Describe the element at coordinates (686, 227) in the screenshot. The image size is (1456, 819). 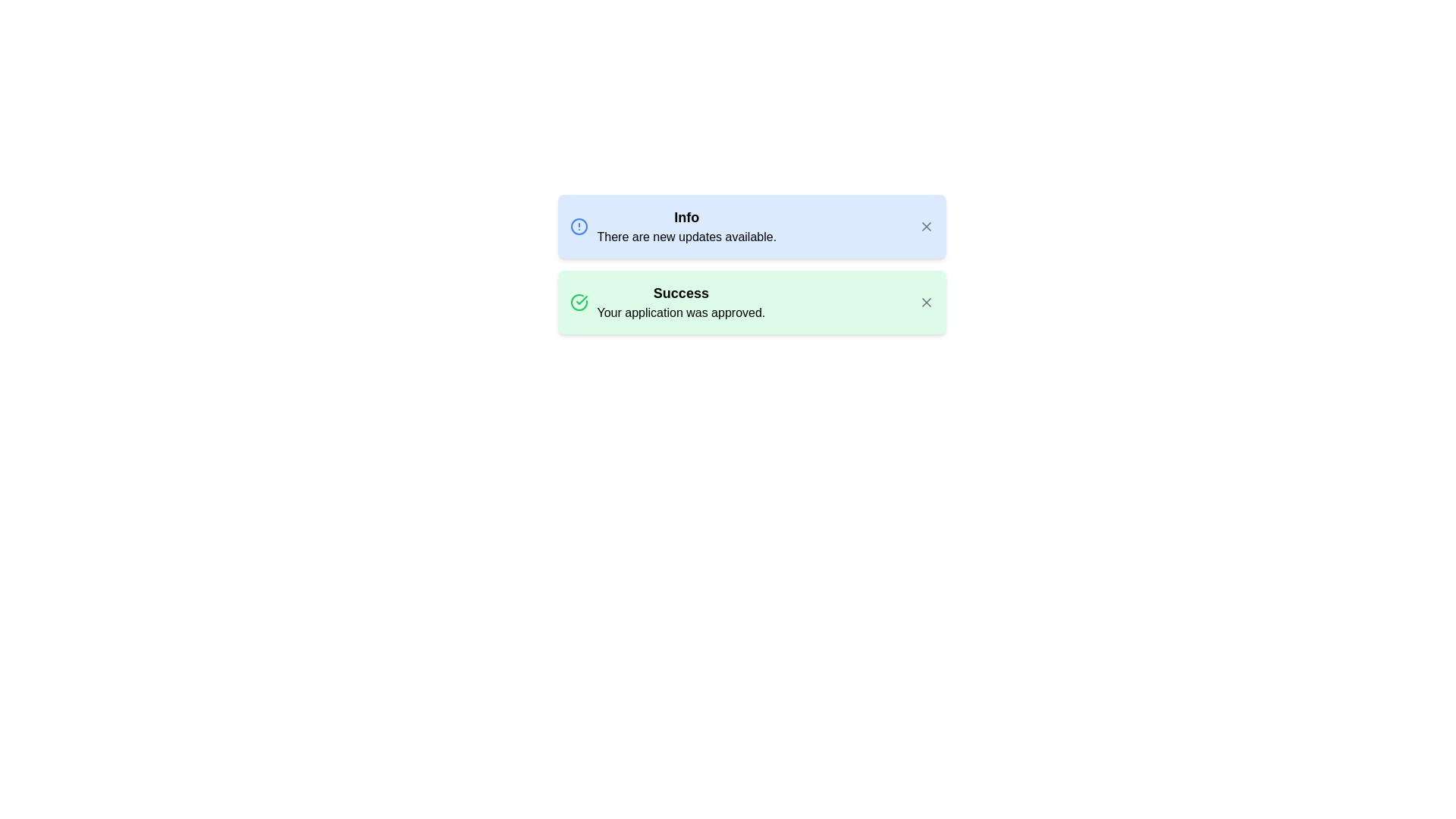
I see `notification content from the label located within the light blue notification block, positioned beside a blue icon and a close button on the right` at that location.